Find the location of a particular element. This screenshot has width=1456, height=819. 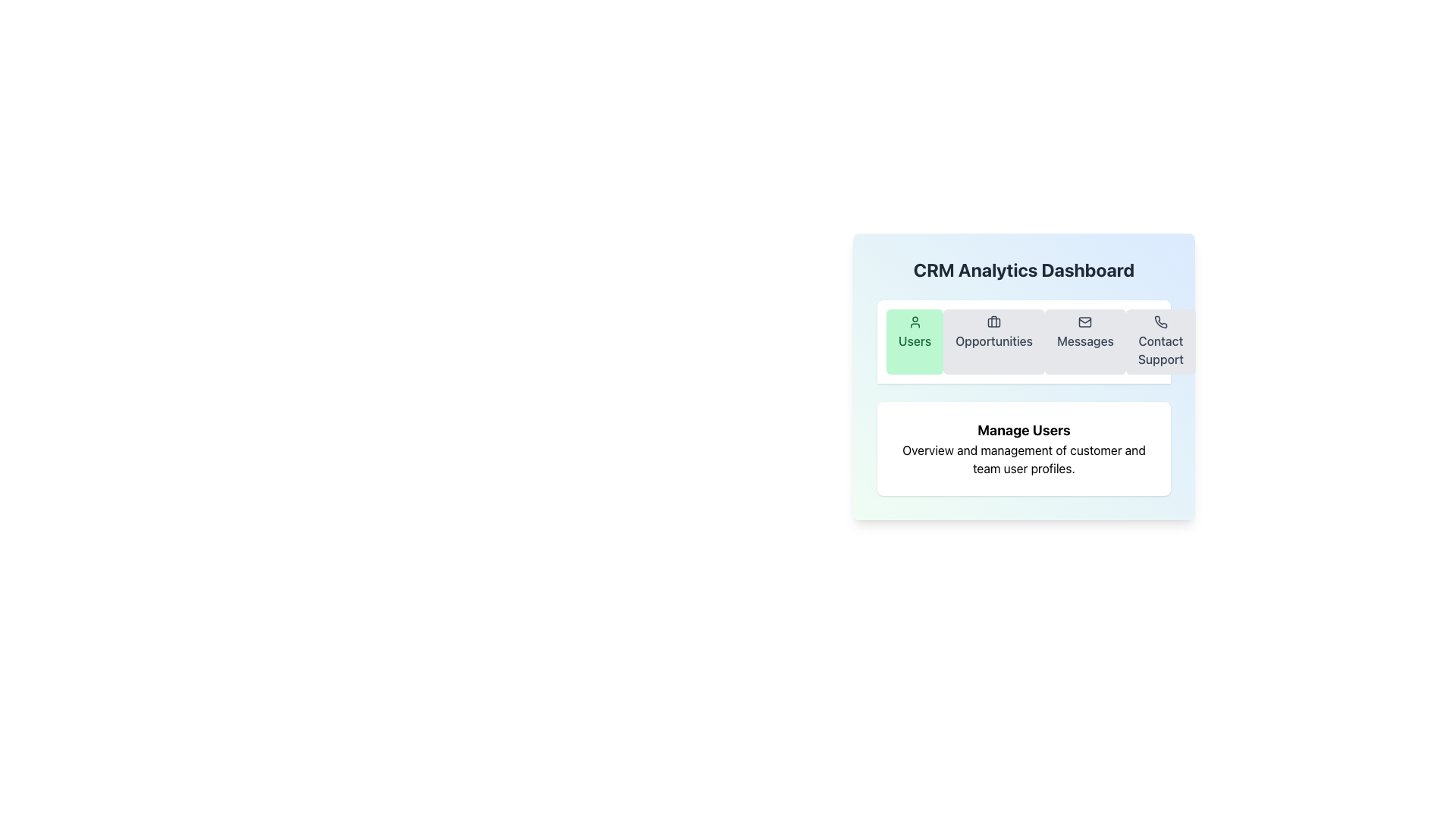

the rectangular SVG shape with rounded corners that is part of the 'Messages' envelope icon located in the top-central horizontal navigation menu is located at coordinates (1084, 321).